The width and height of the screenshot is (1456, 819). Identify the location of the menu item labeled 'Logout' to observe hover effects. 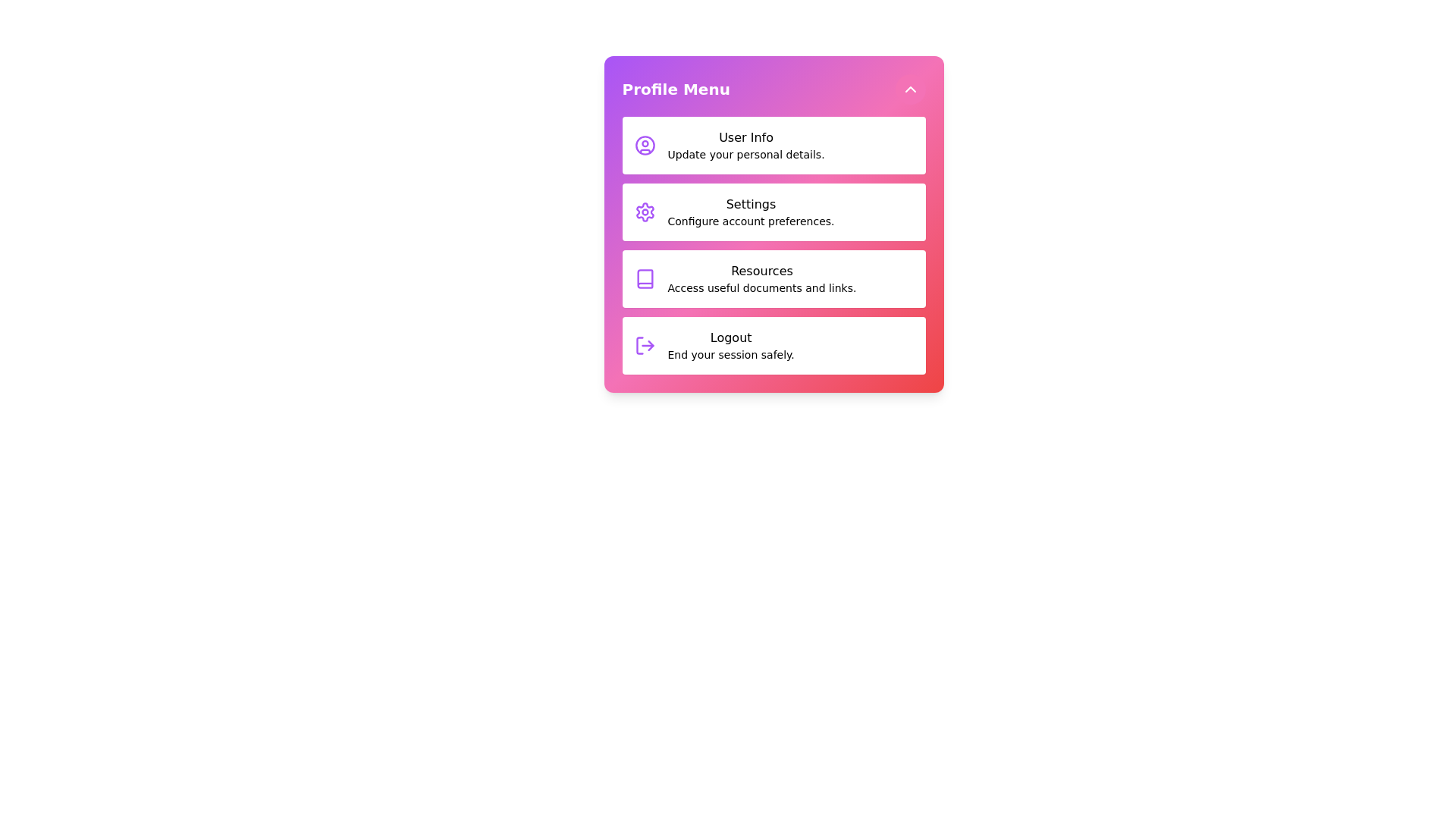
(773, 345).